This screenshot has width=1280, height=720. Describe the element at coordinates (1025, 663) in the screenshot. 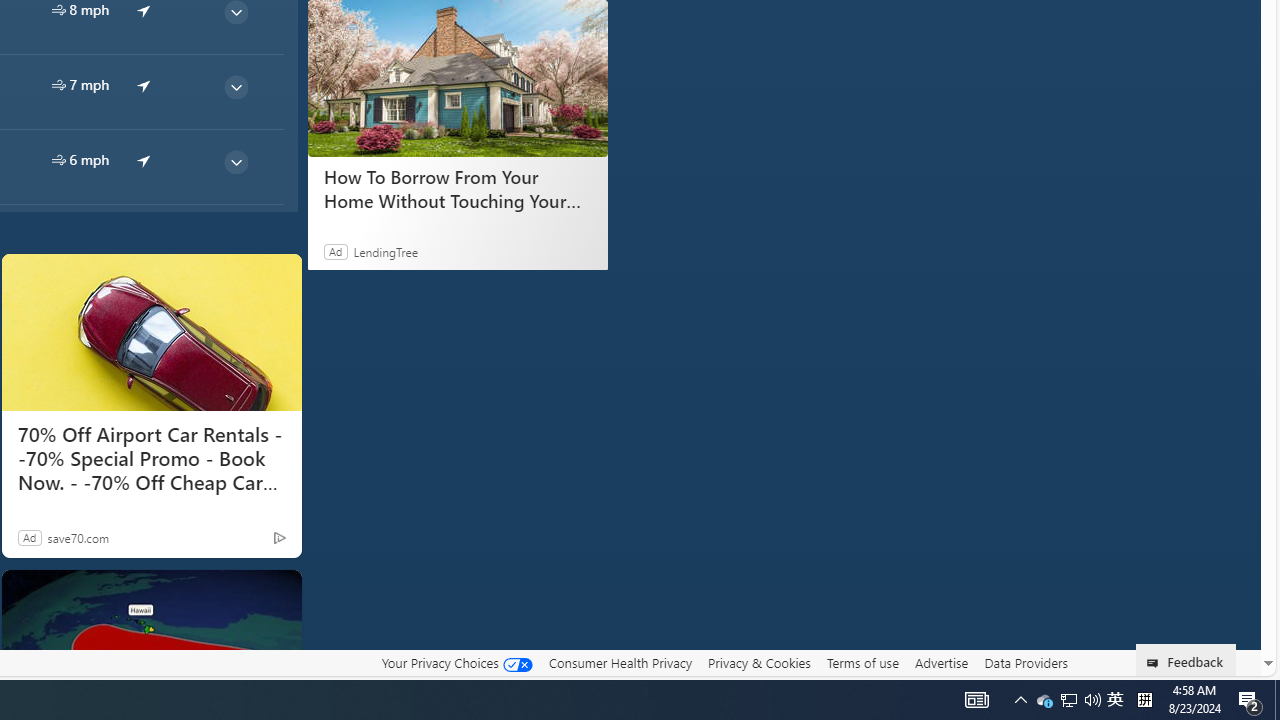

I see `'Data Providers'` at that location.